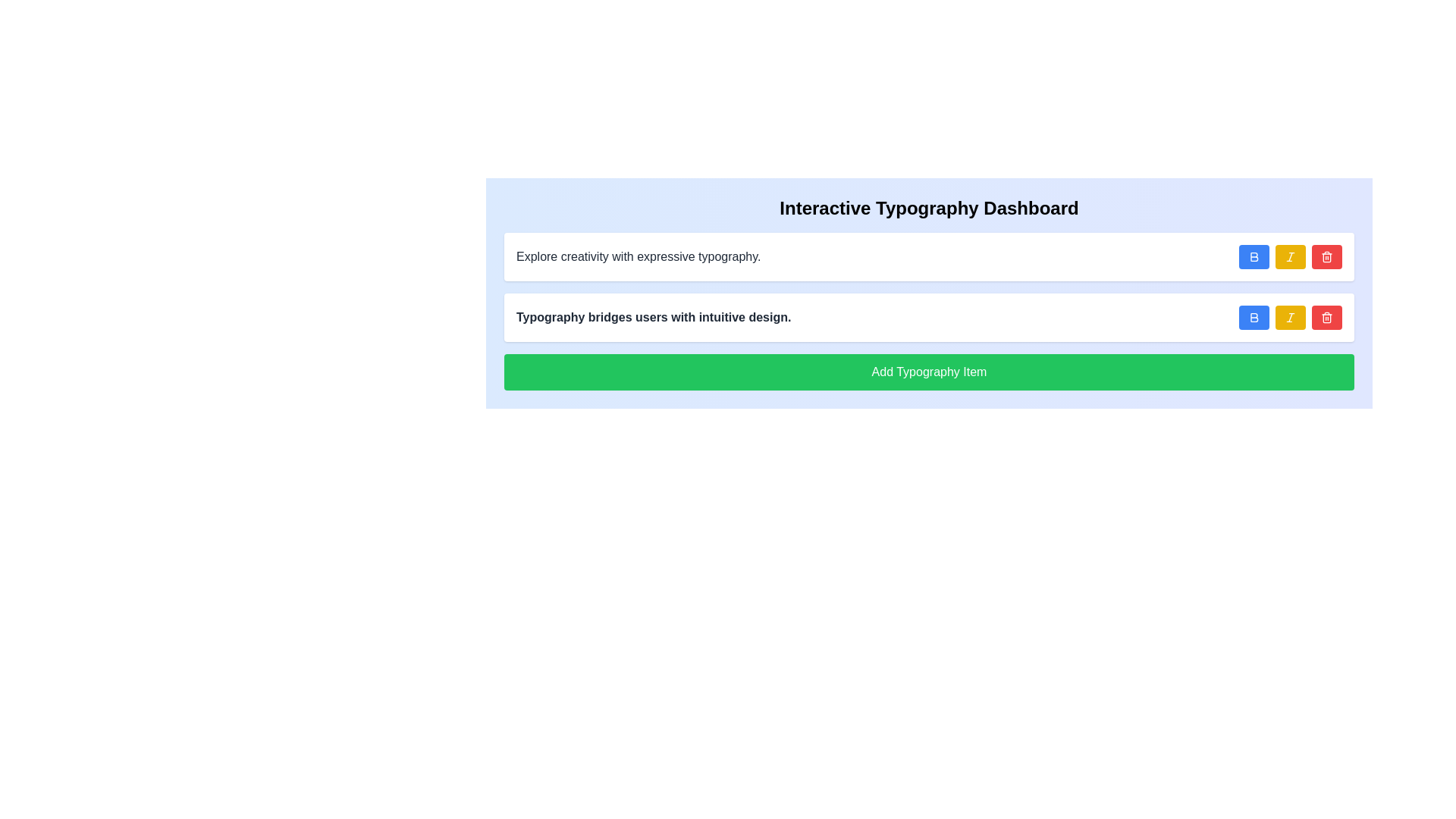 The height and width of the screenshot is (819, 1456). I want to click on the stylized bold text icon represented by the letter 'B' located within a button group to the right of a text input field in the top-row entry of the interactive typography dashboard, so click(1254, 256).